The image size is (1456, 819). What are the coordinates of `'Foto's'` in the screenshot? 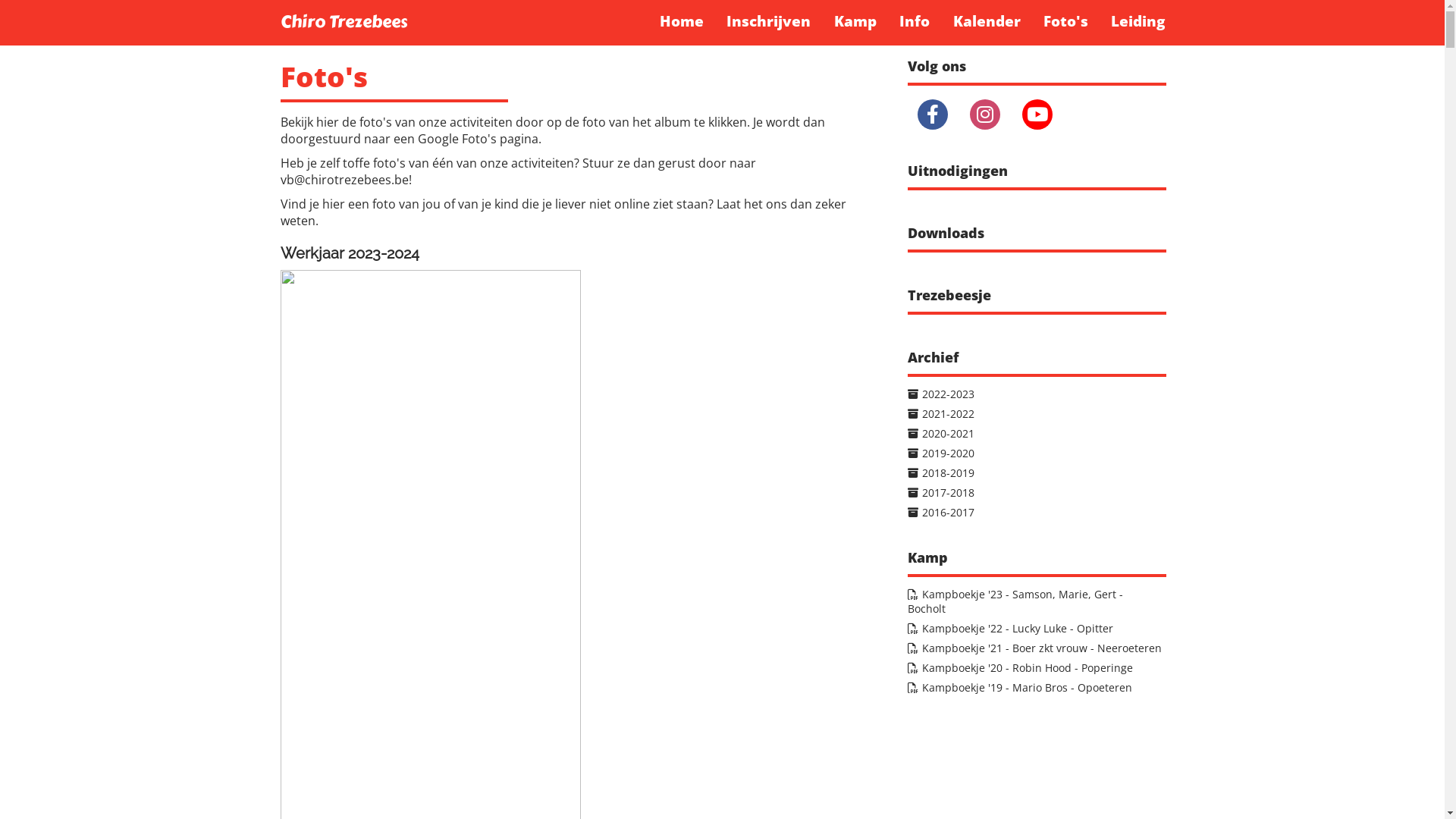 It's located at (1065, 20).